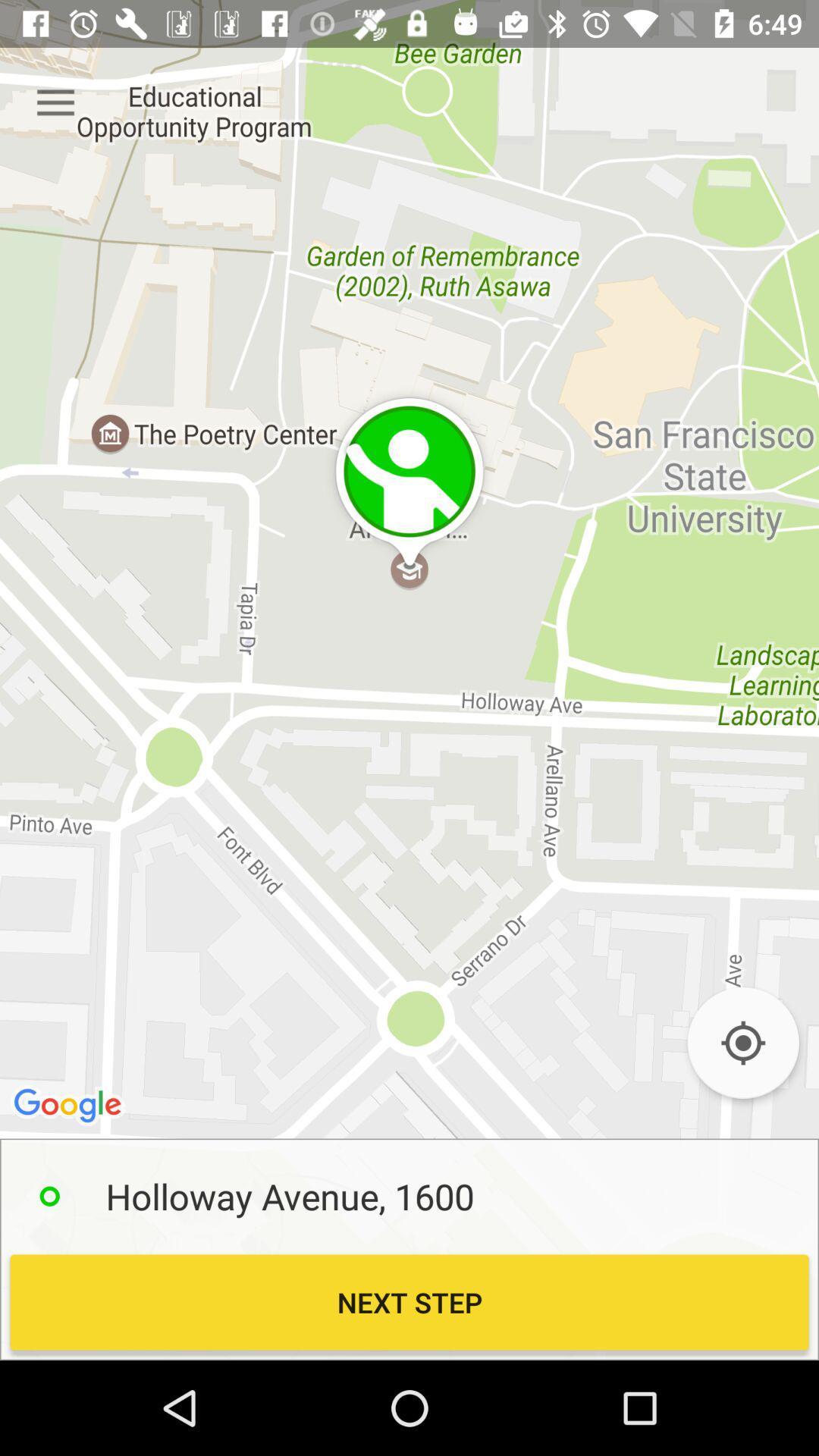  What do you see at coordinates (409, 1301) in the screenshot?
I see `item below holloway avenue, 1600 item` at bounding box center [409, 1301].